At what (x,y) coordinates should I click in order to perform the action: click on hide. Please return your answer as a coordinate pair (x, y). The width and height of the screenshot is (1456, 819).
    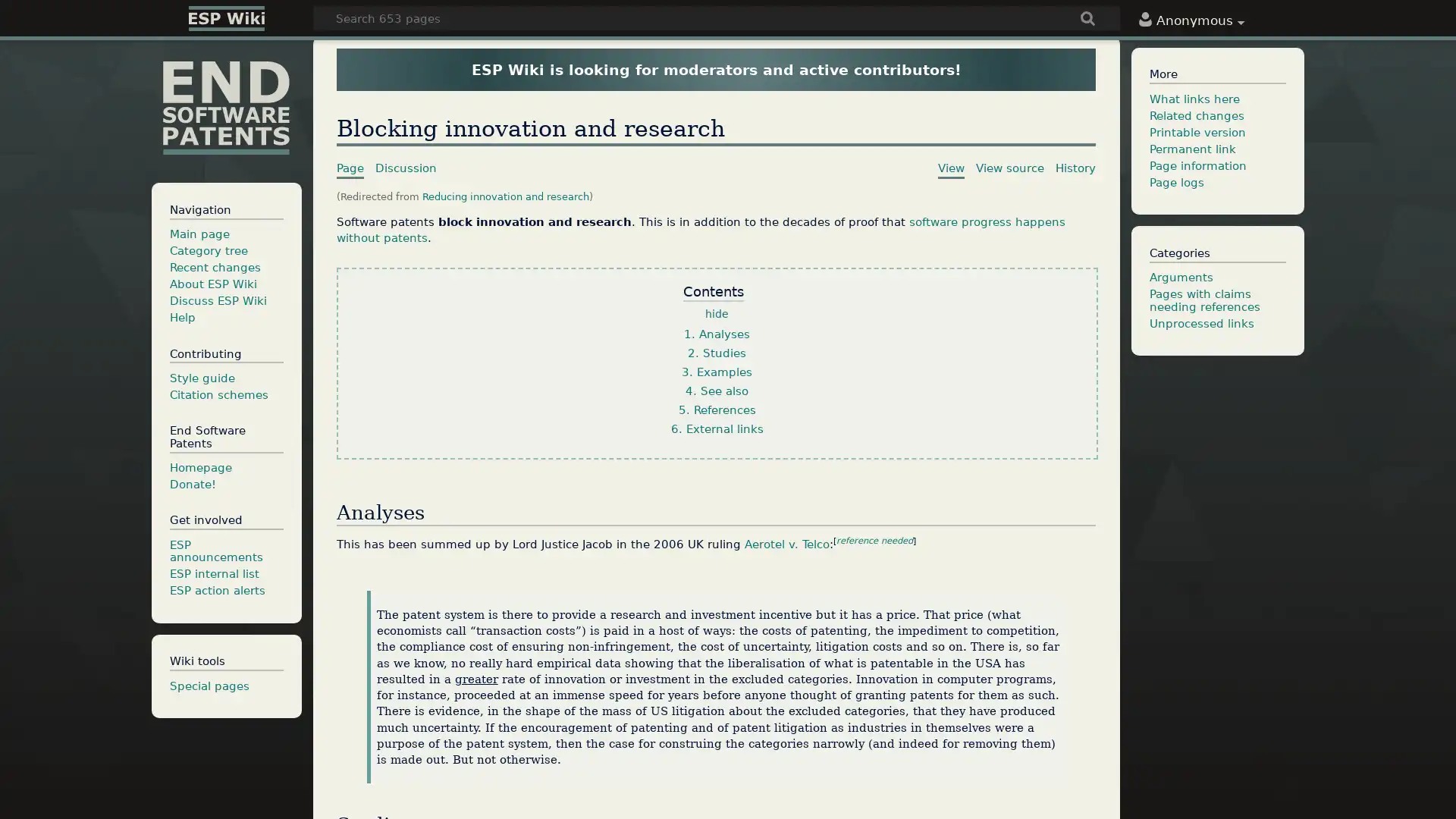
    Looking at the image, I should click on (716, 312).